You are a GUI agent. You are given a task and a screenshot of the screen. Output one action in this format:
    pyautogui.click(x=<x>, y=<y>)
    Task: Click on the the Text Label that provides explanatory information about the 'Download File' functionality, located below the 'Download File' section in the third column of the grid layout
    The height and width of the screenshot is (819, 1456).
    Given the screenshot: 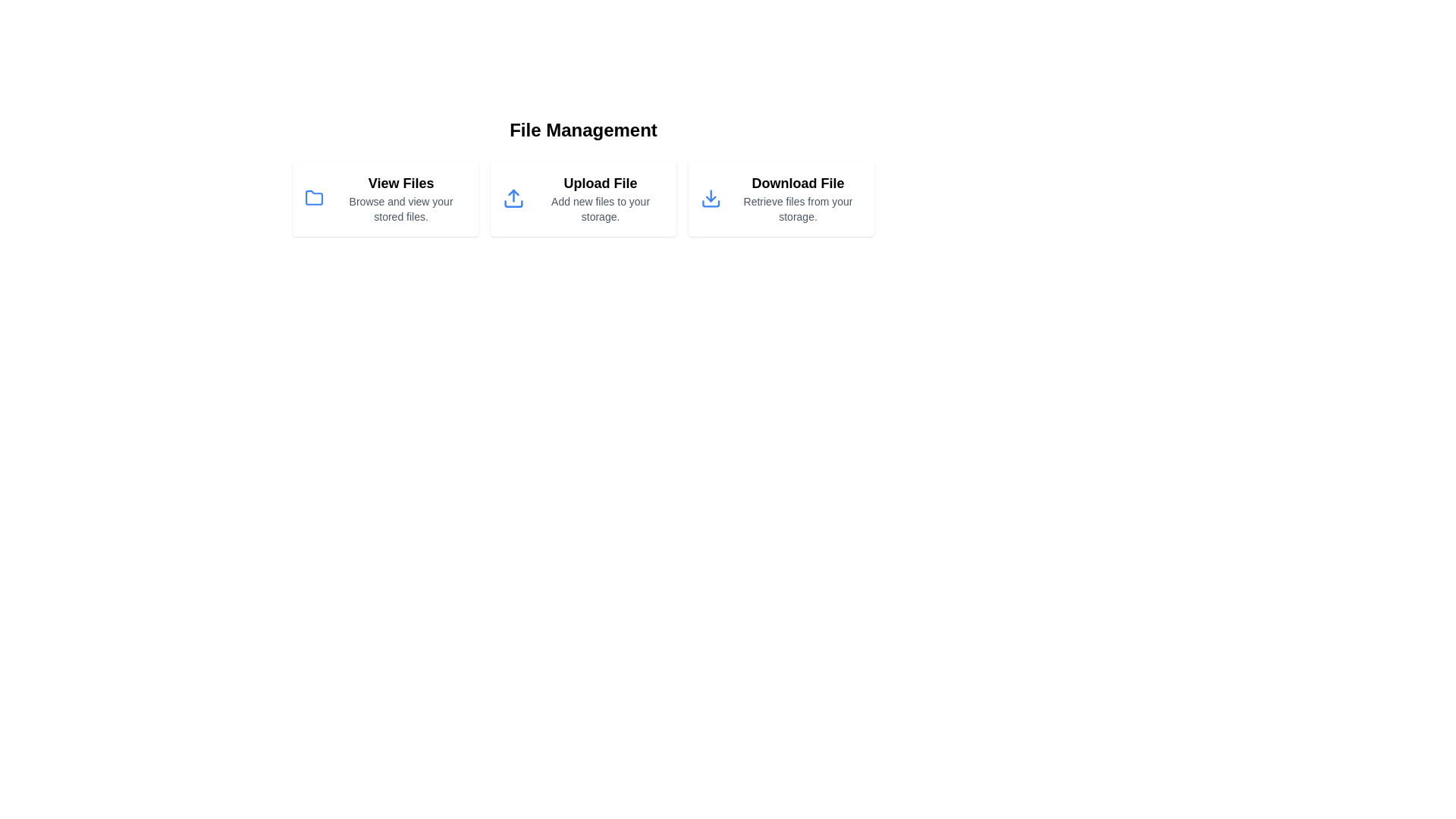 What is the action you would take?
    pyautogui.click(x=797, y=209)
    